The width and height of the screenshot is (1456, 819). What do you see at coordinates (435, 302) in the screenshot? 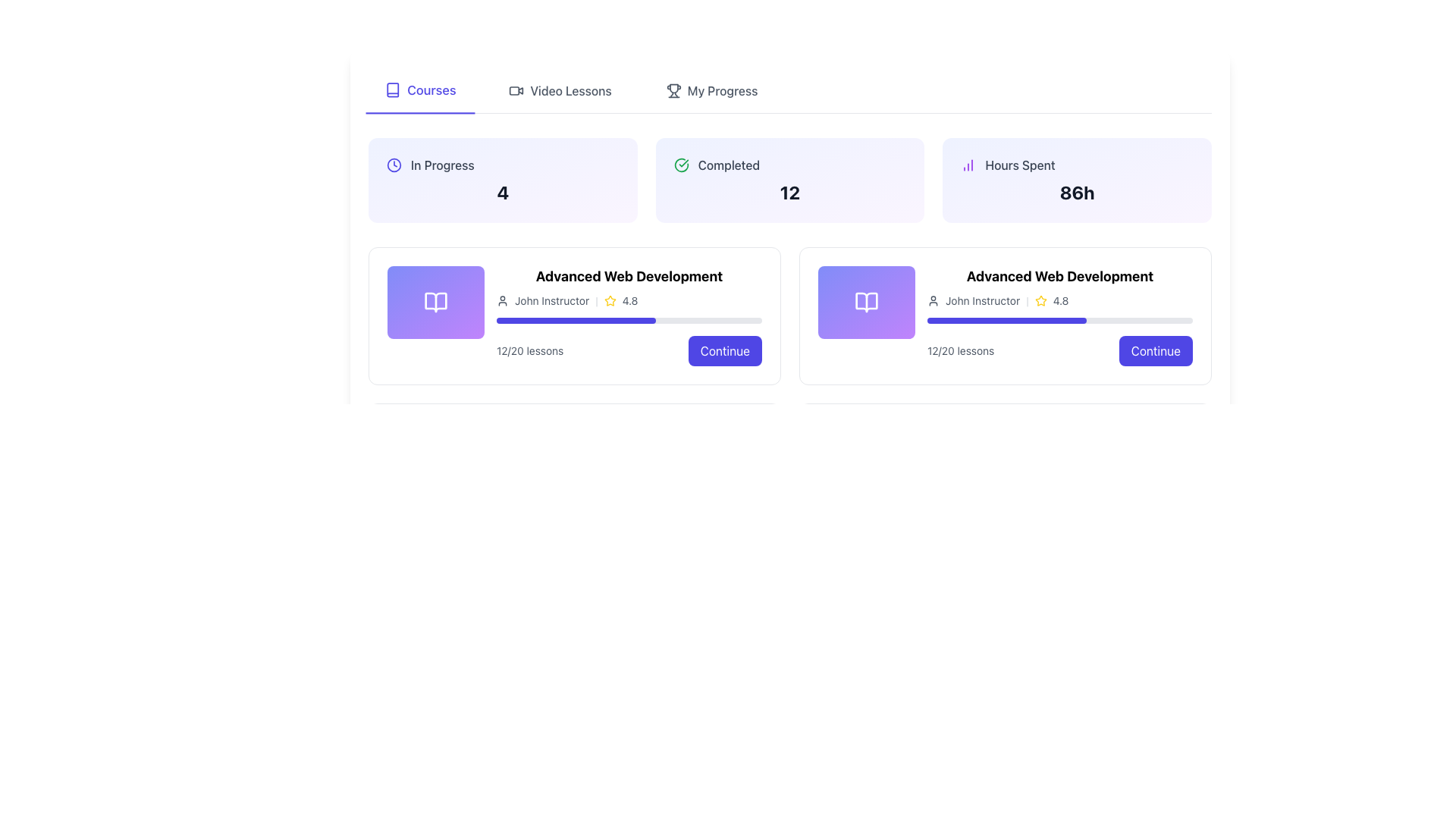
I see `the SVG icon resembling an open book, which is centered in the left card of two horizontally aligned cards with a gradient purple background, to interact with it` at bounding box center [435, 302].